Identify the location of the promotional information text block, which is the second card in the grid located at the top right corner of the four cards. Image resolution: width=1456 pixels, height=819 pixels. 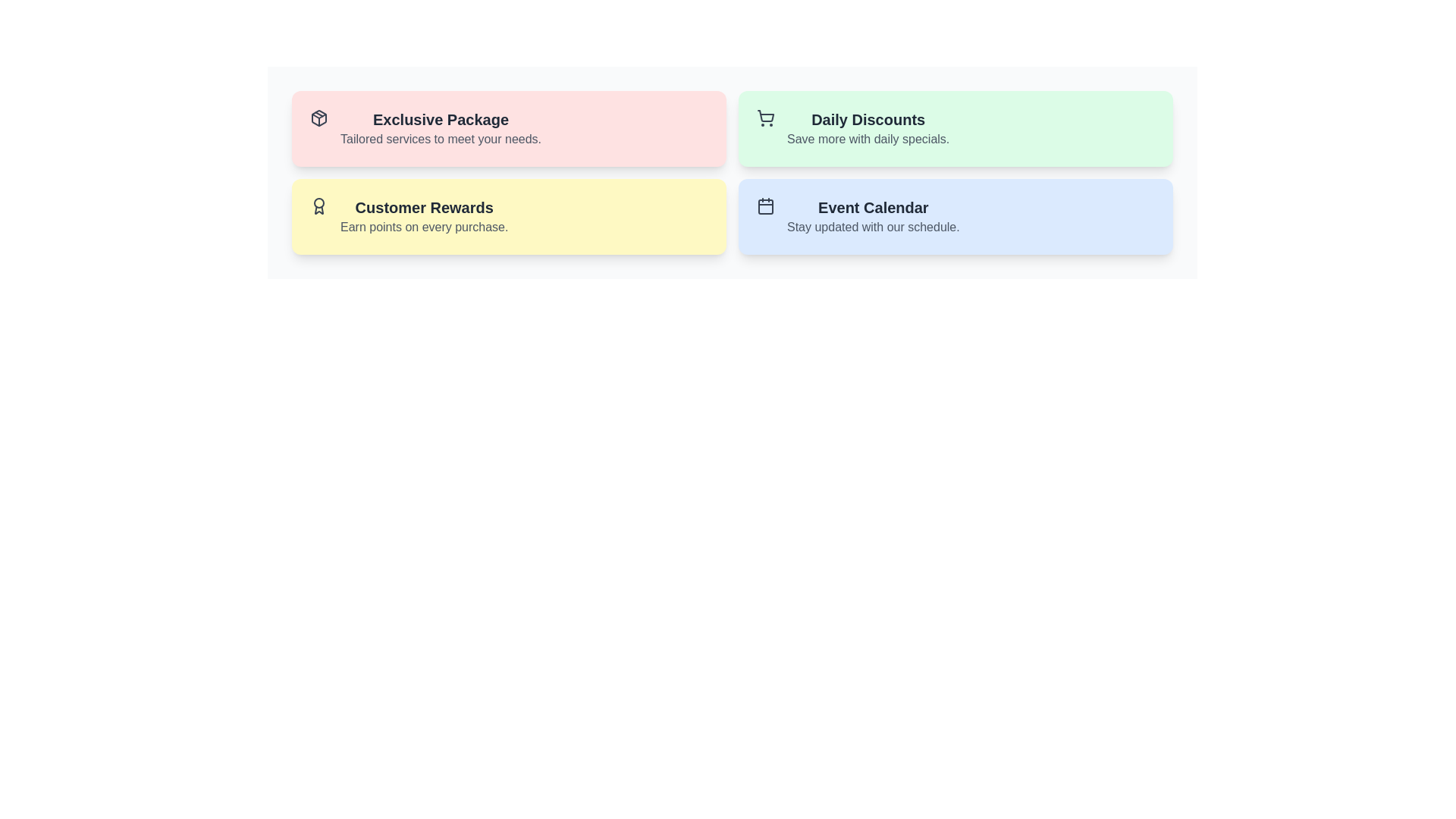
(868, 127).